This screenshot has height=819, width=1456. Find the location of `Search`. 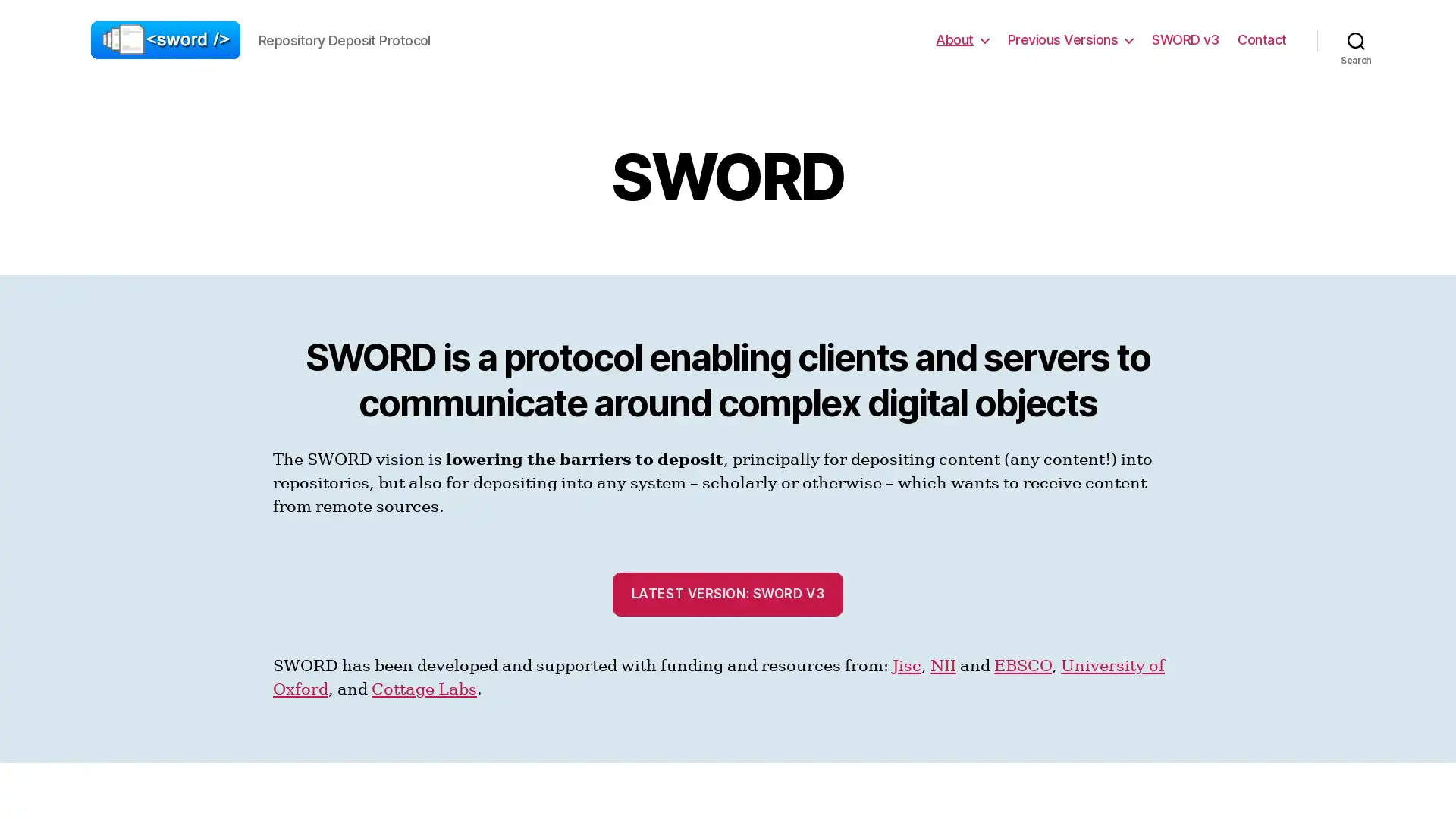

Search is located at coordinates (1356, 39).